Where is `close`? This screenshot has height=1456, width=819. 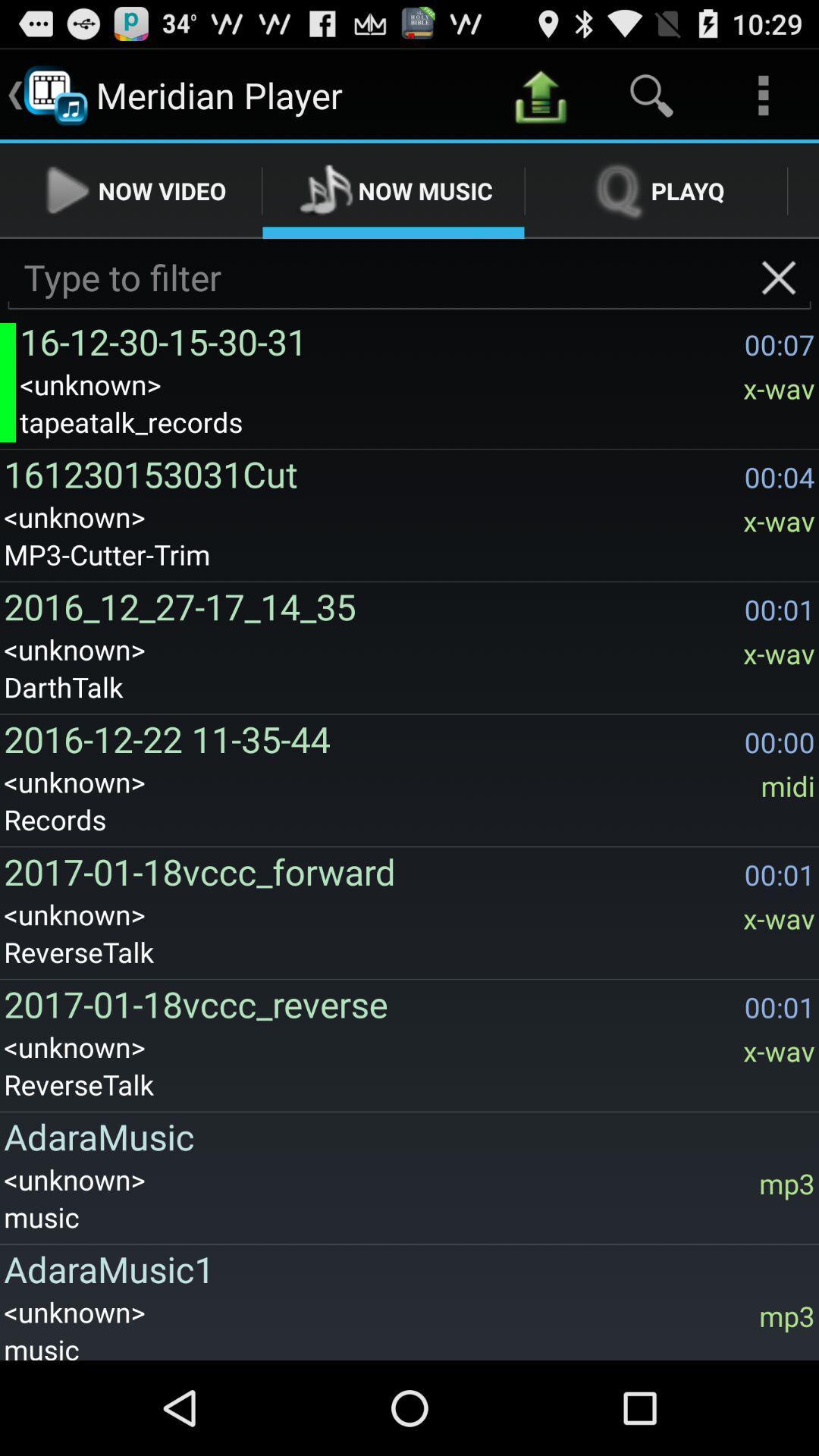 close is located at coordinates (779, 278).